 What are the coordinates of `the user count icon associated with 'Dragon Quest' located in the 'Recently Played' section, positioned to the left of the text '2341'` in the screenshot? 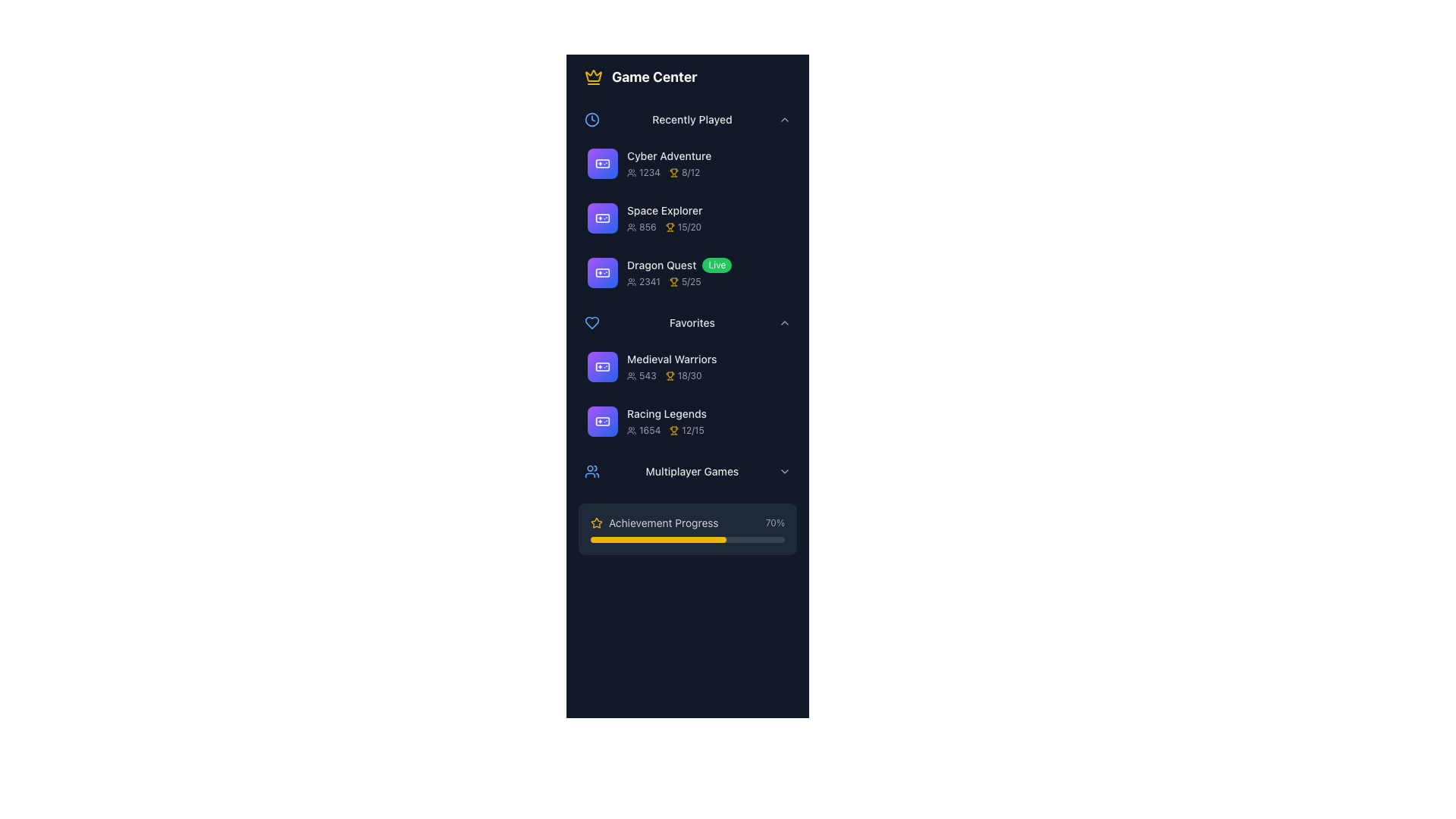 It's located at (632, 281).